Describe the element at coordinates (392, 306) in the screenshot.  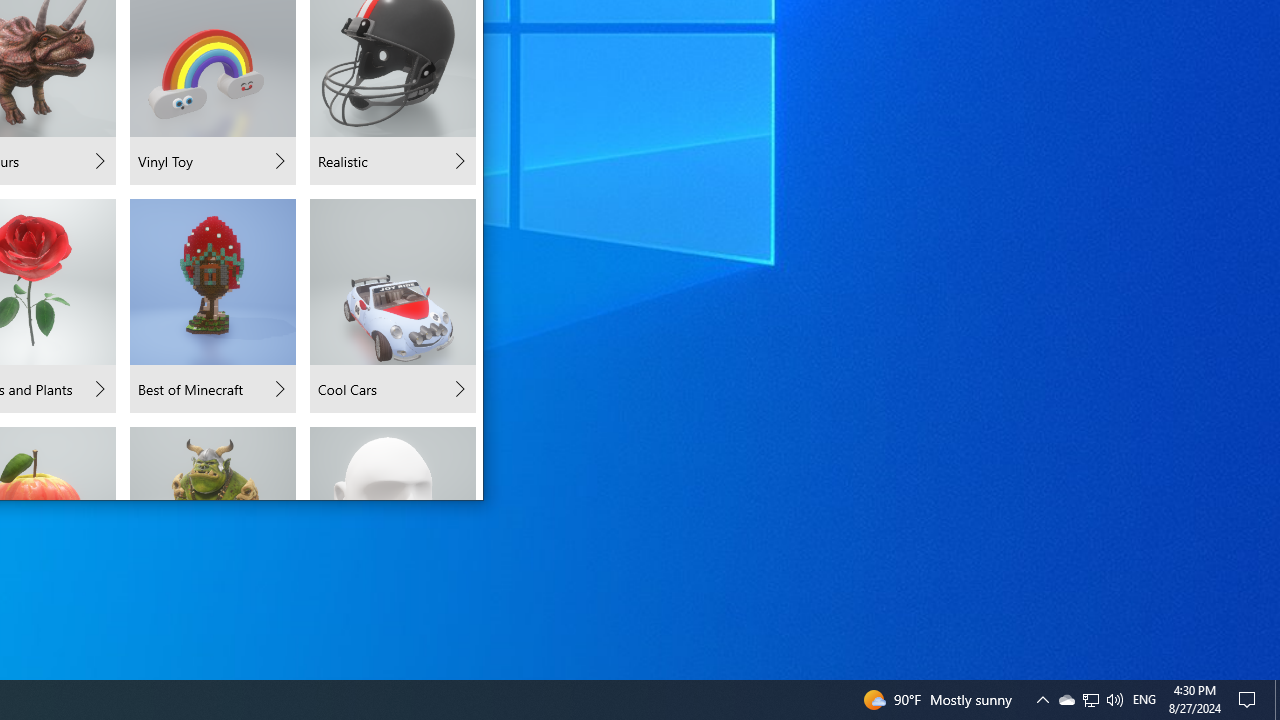
I see `'Cool Cars'` at that location.